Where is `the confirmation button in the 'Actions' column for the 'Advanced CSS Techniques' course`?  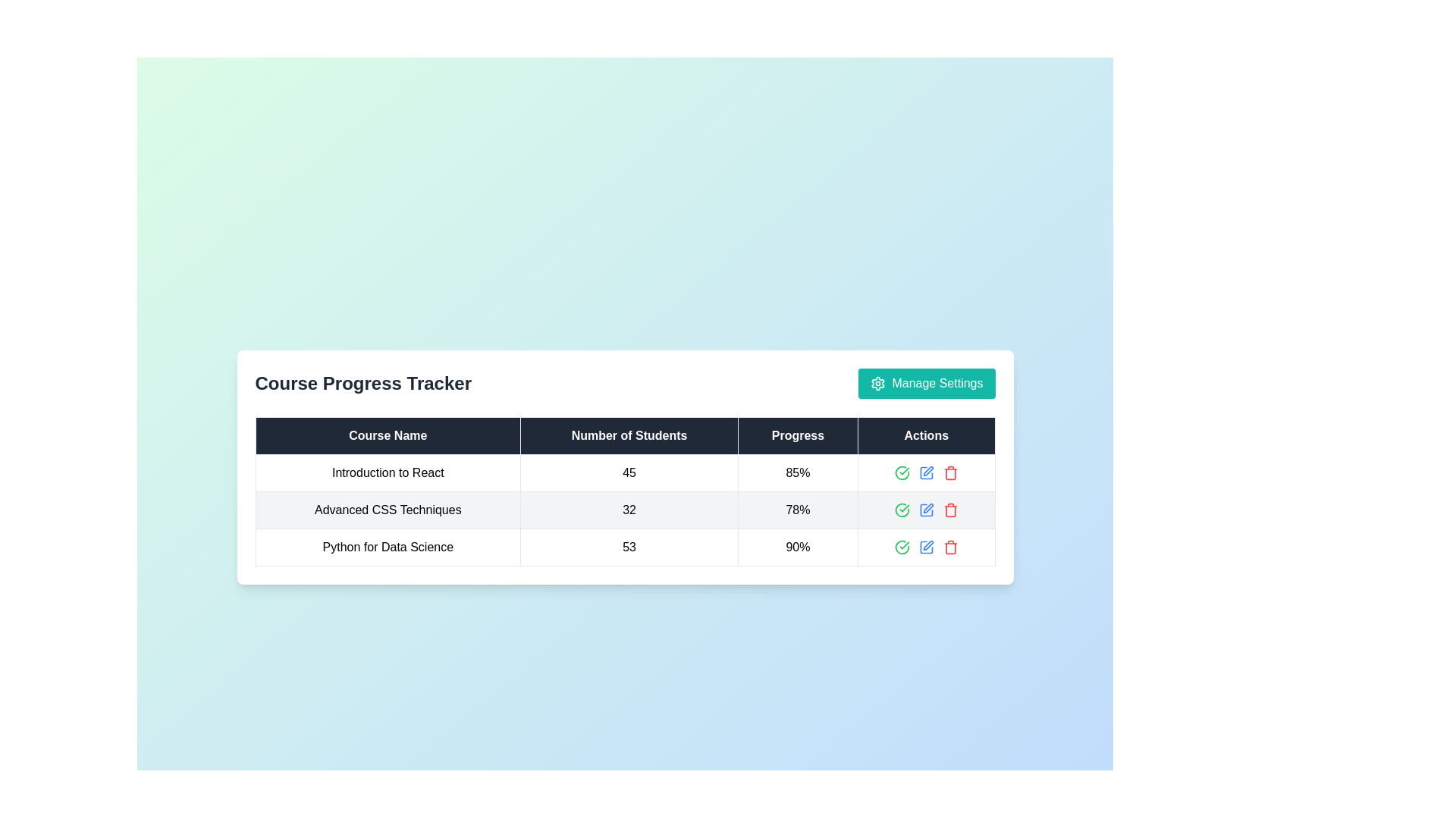 the confirmation button in the 'Actions' column for the 'Advanced CSS Techniques' course is located at coordinates (902, 510).